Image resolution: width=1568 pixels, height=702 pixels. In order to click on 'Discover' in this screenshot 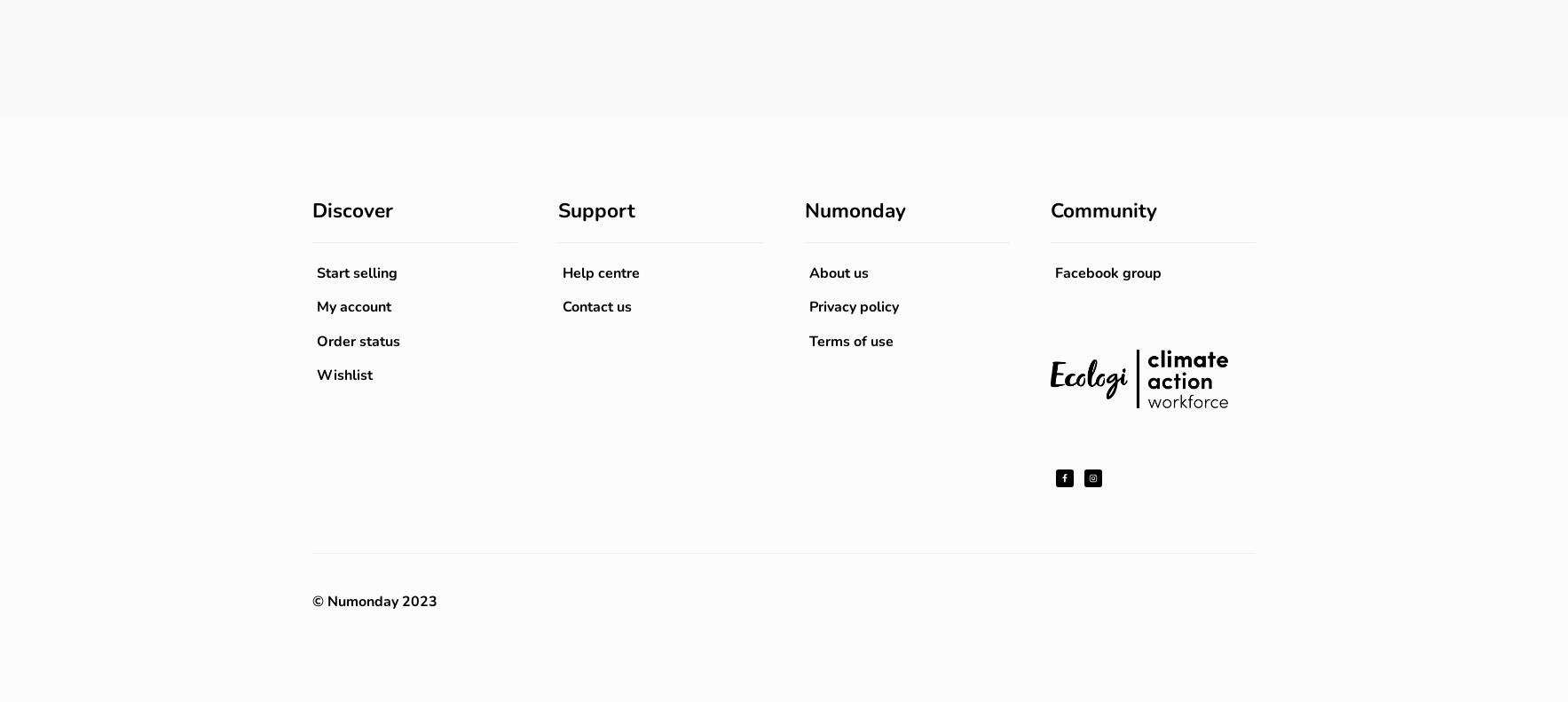, I will do `click(351, 209)`.